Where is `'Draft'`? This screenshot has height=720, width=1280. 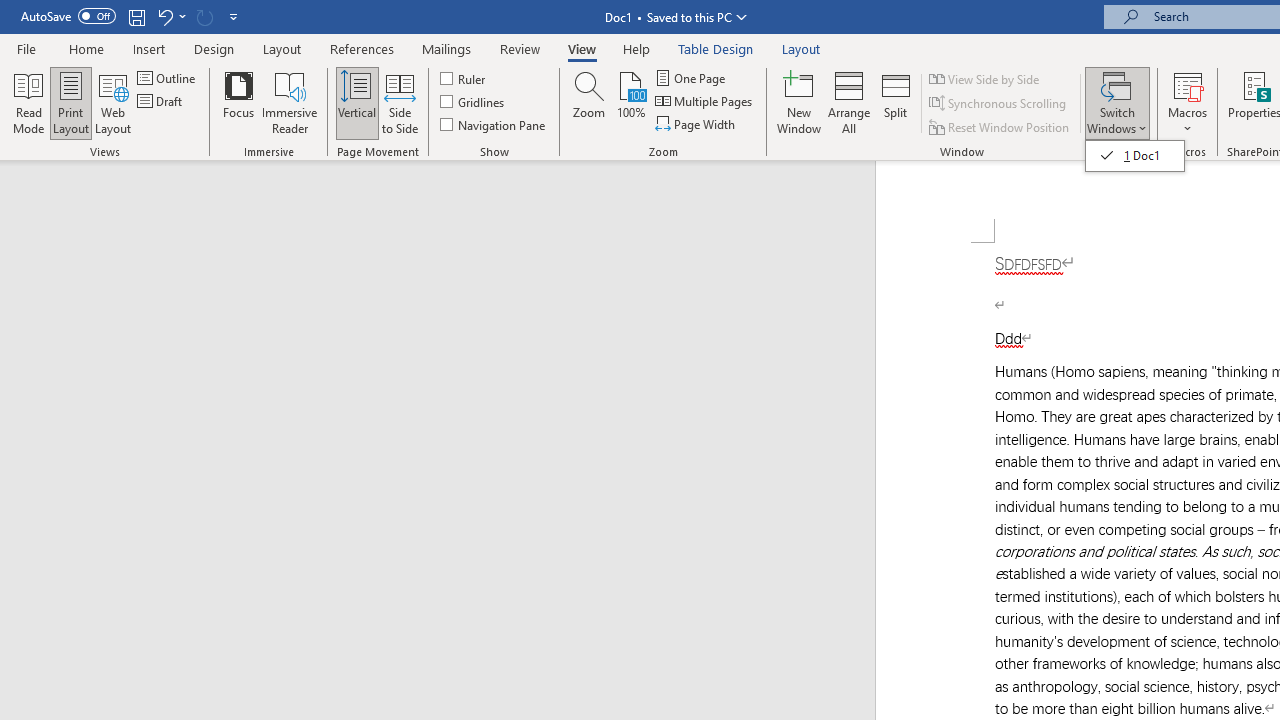 'Draft' is located at coordinates (161, 101).